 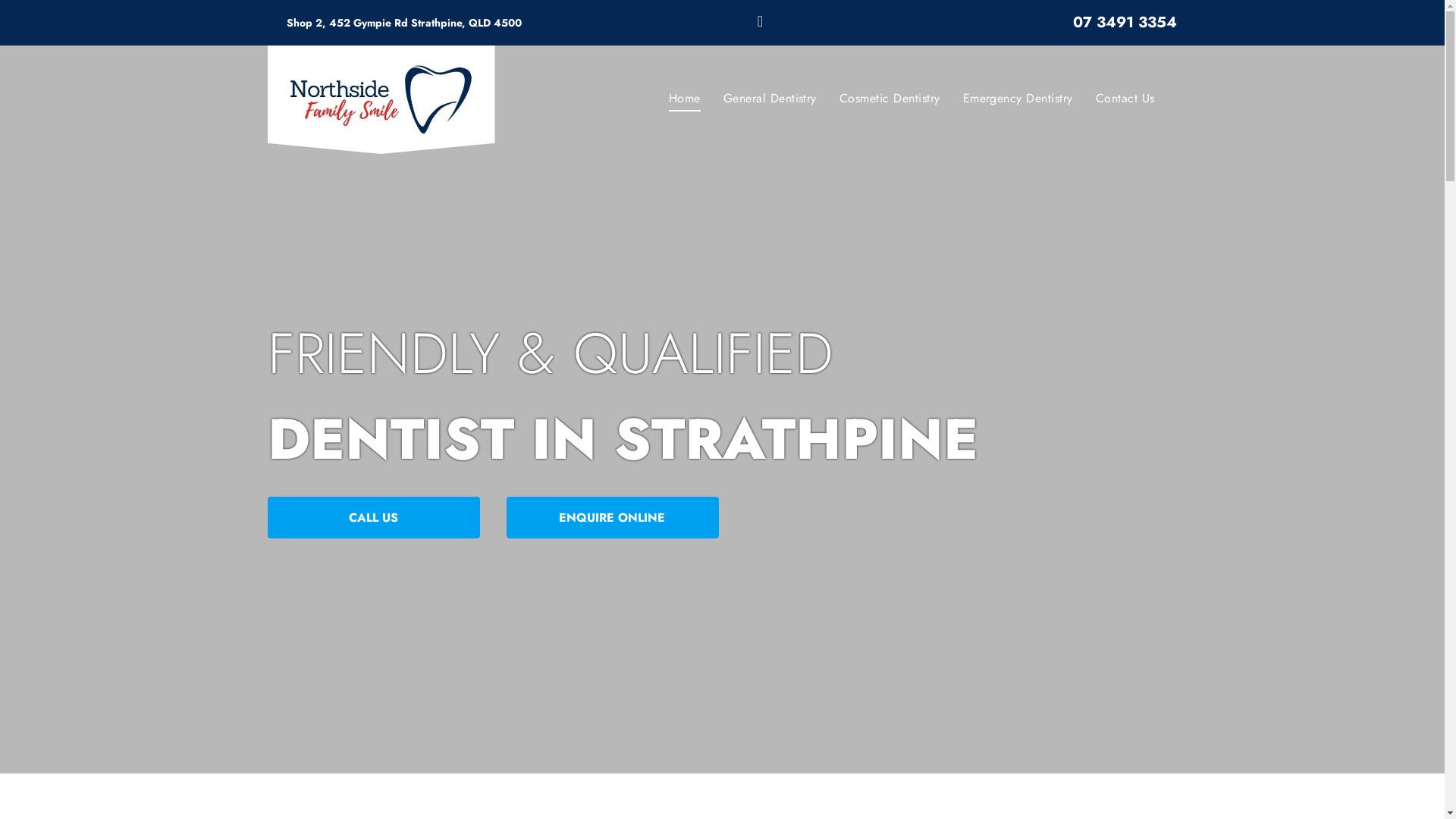 I want to click on 'Emergency Dentistry', so click(x=1018, y=99).